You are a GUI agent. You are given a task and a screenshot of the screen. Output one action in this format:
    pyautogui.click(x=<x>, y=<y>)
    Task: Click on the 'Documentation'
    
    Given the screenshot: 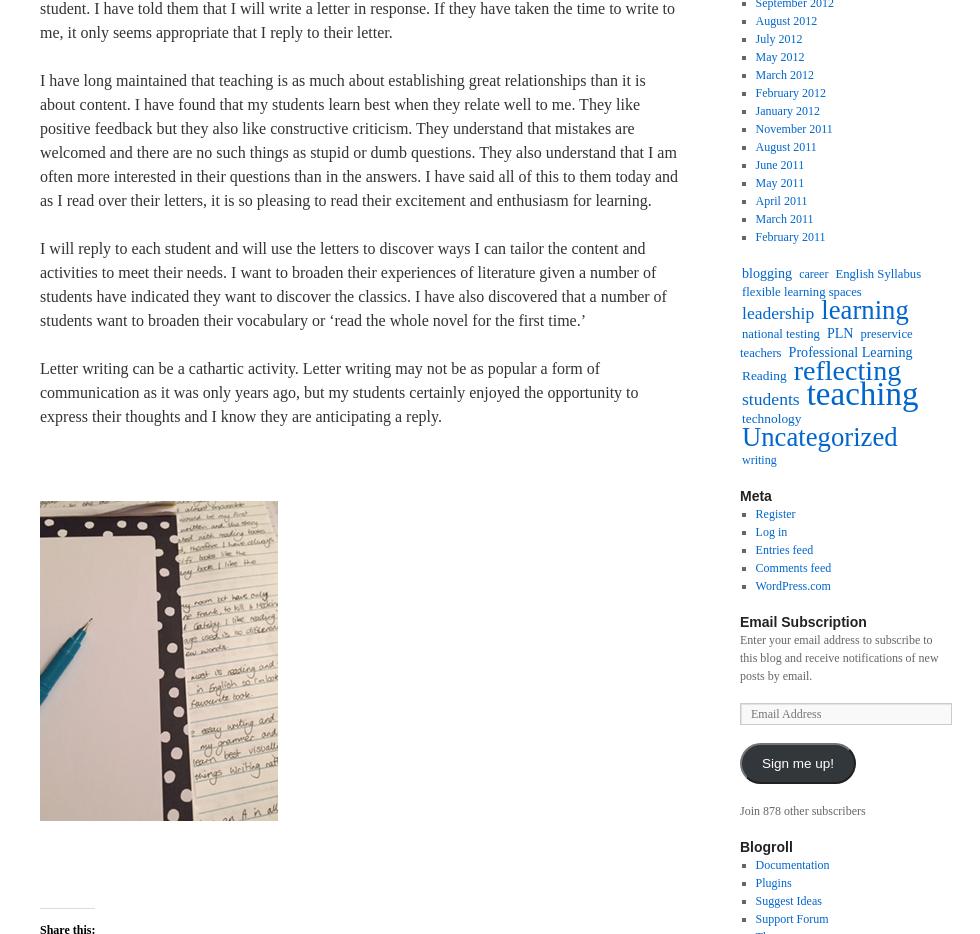 What is the action you would take?
    pyautogui.click(x=792, y=863)
    